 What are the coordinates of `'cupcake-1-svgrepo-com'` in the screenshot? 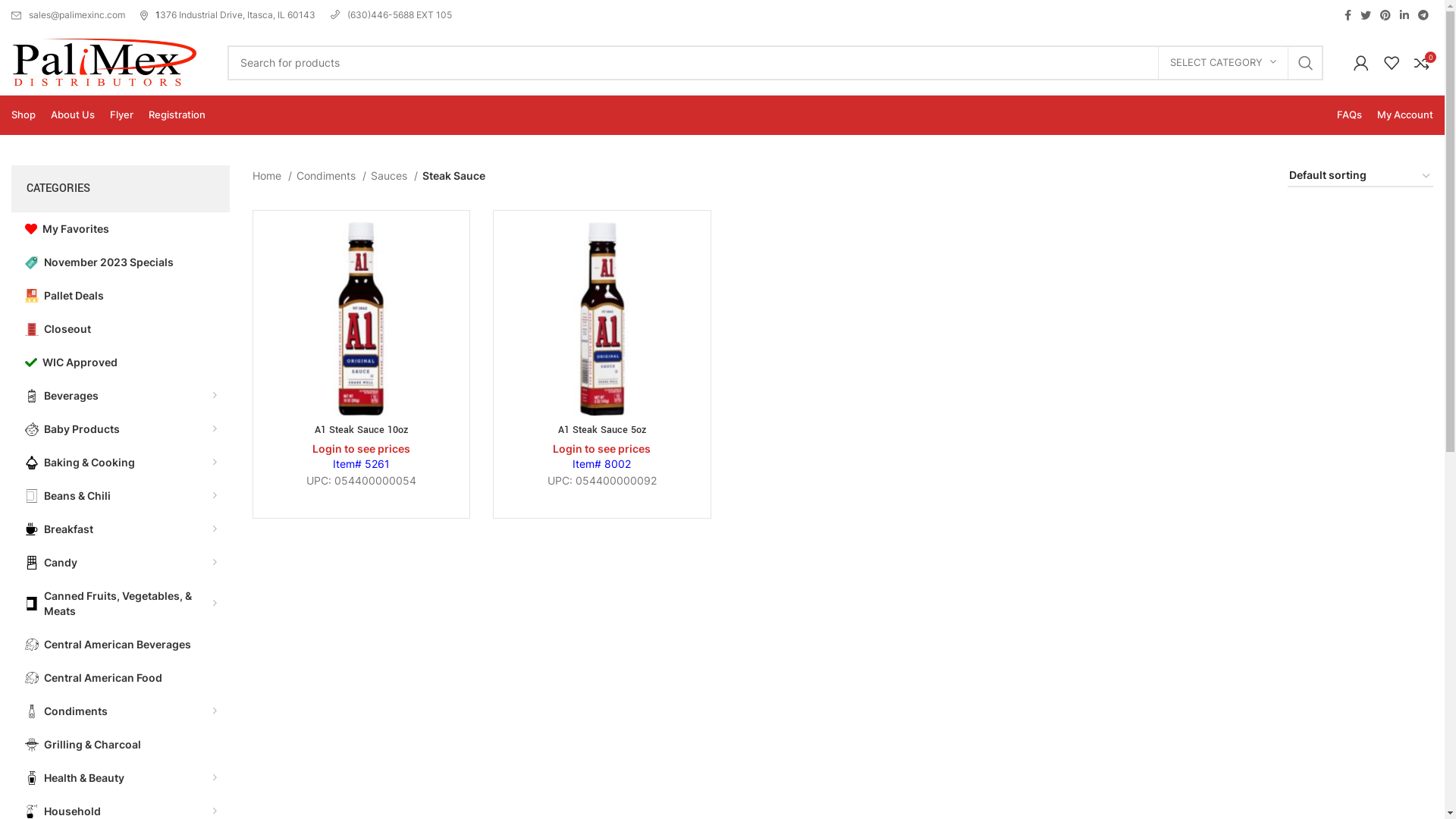 It's located at (32, 461).